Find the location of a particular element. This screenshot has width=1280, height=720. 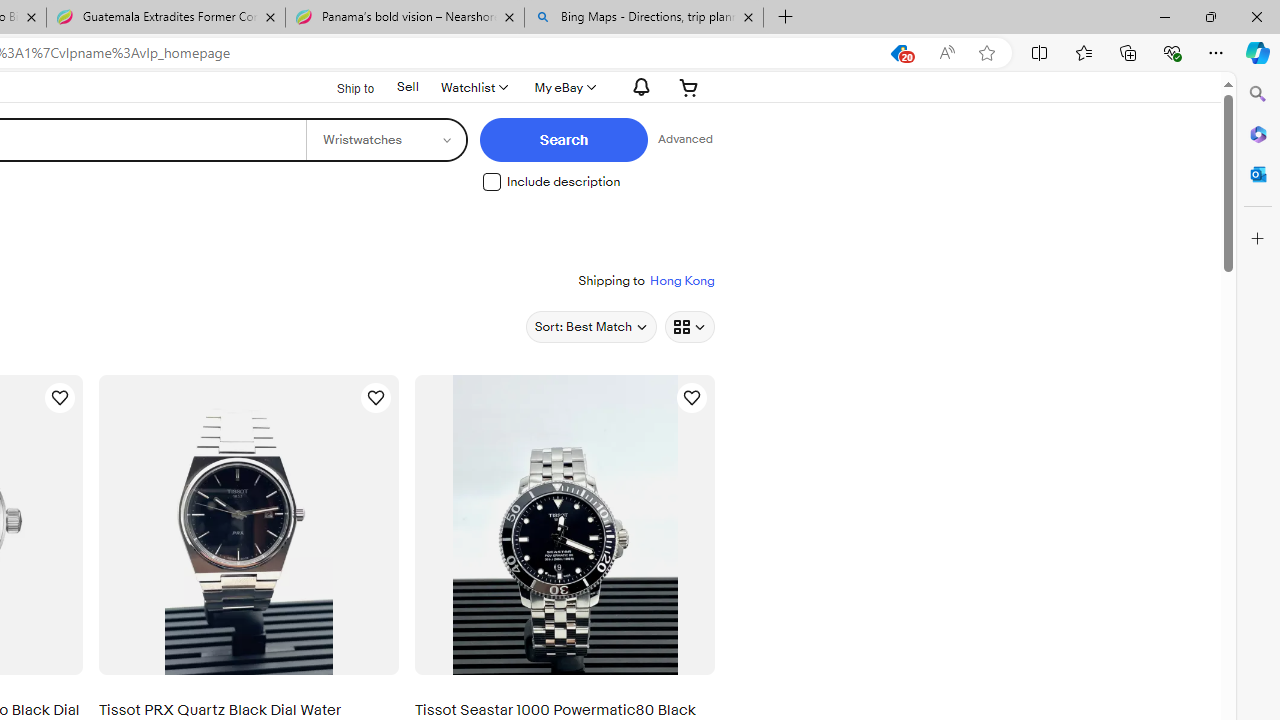

'AutomationID: gh-eb-Alerts' is located at coordinates (637, 86).